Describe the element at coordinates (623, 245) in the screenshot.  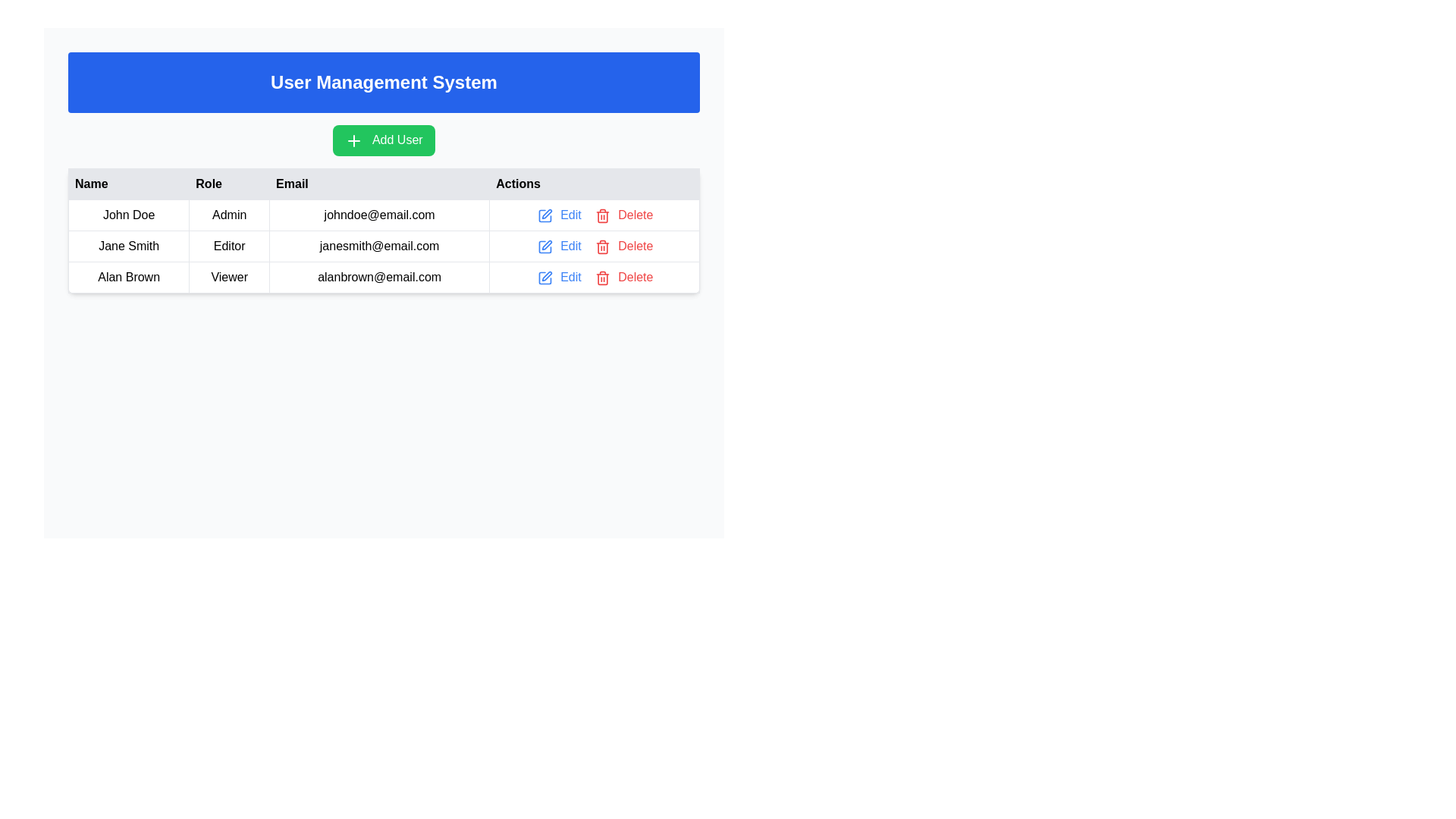
I see `the 'Delete' button with a trash can icon, located in the Actions column for the user with the email 'janesmith@email.com'` at that location.